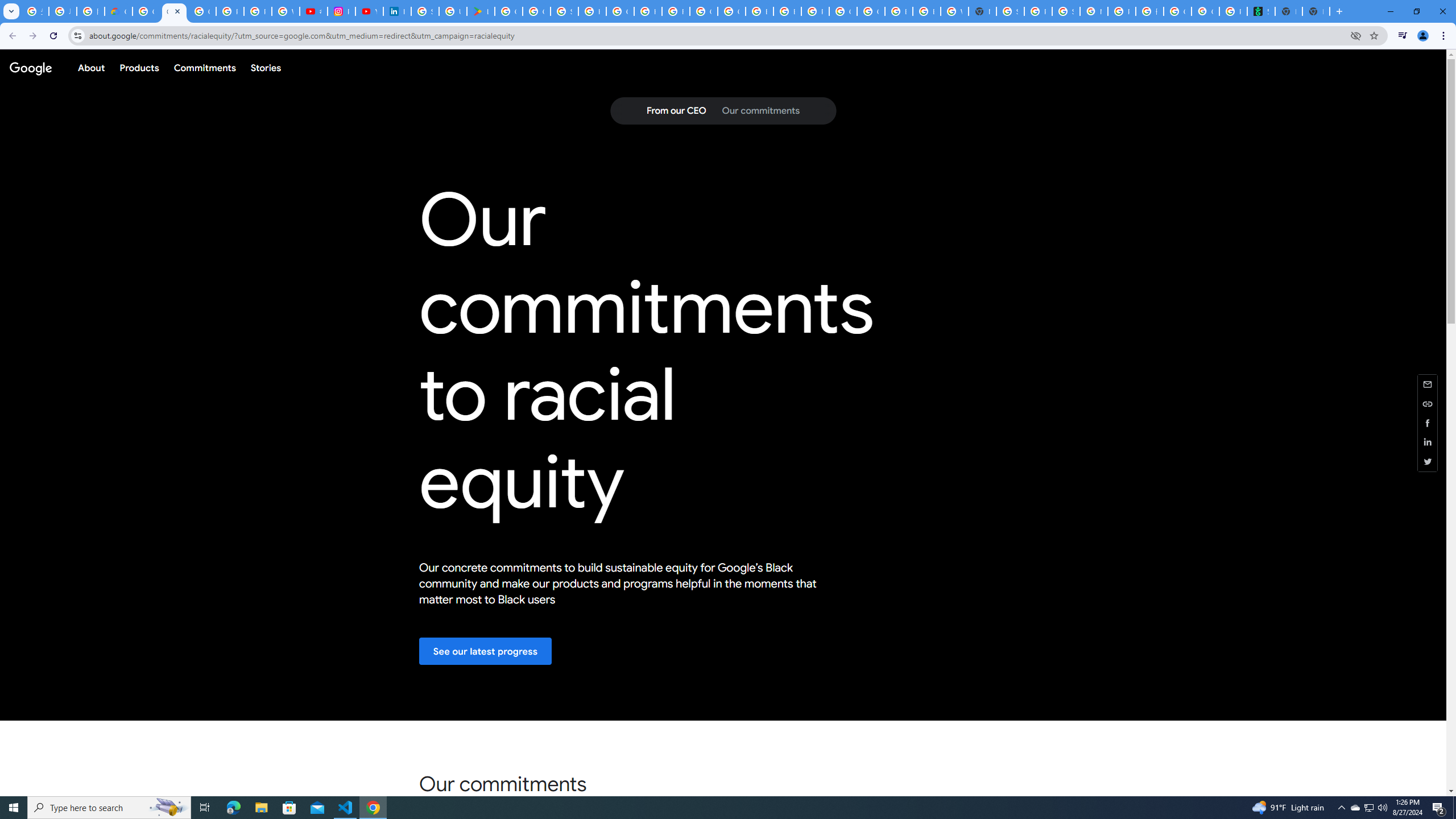 This screenshot has width=1456, height=819. Describe the element at coordinates (479, 11) in the screenshot. I see `'Last Shelter: Survival - Apps on Google Play'` at that location.